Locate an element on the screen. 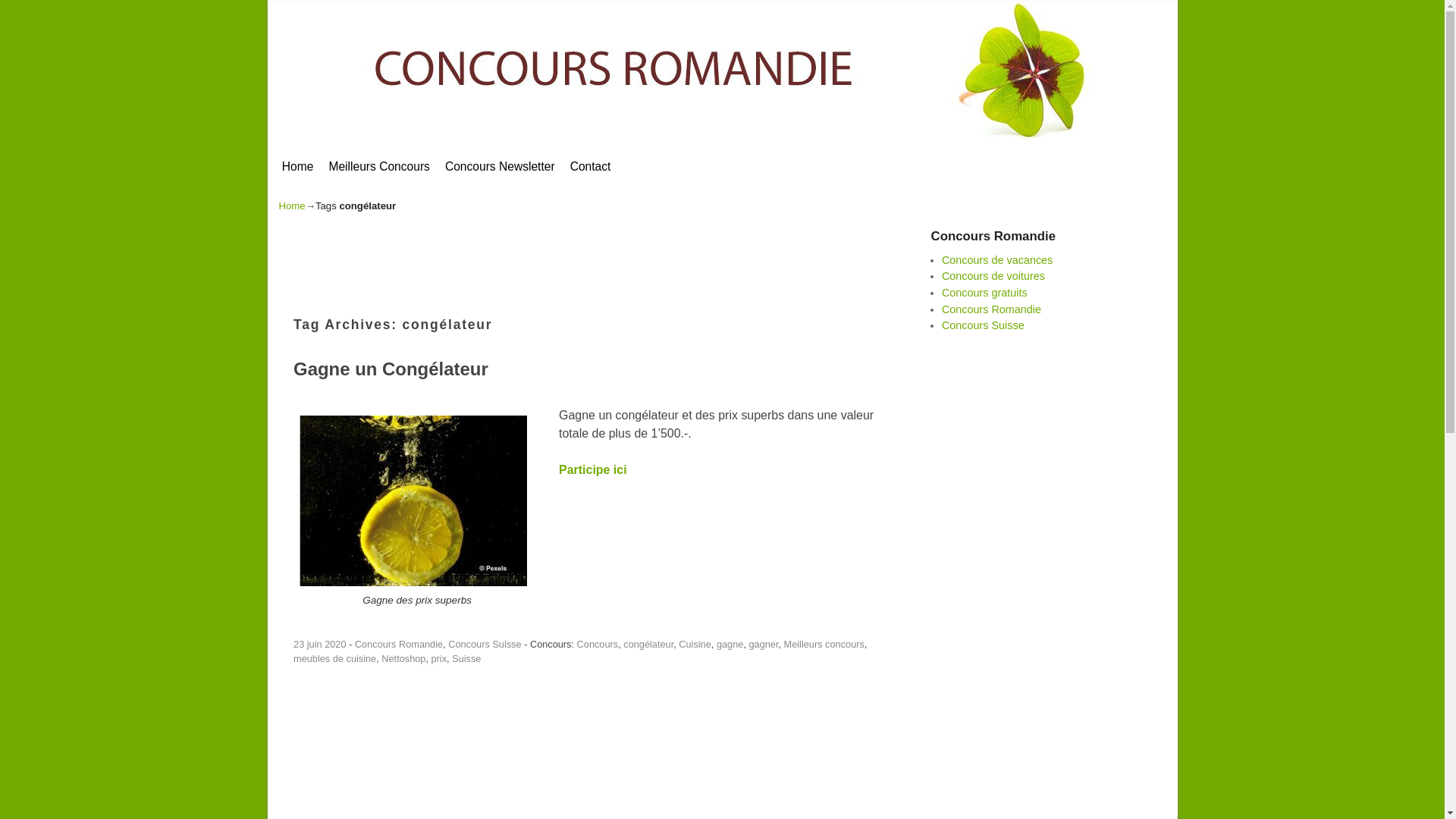  'Concours gratuits' is located at coordinates (984, 292).